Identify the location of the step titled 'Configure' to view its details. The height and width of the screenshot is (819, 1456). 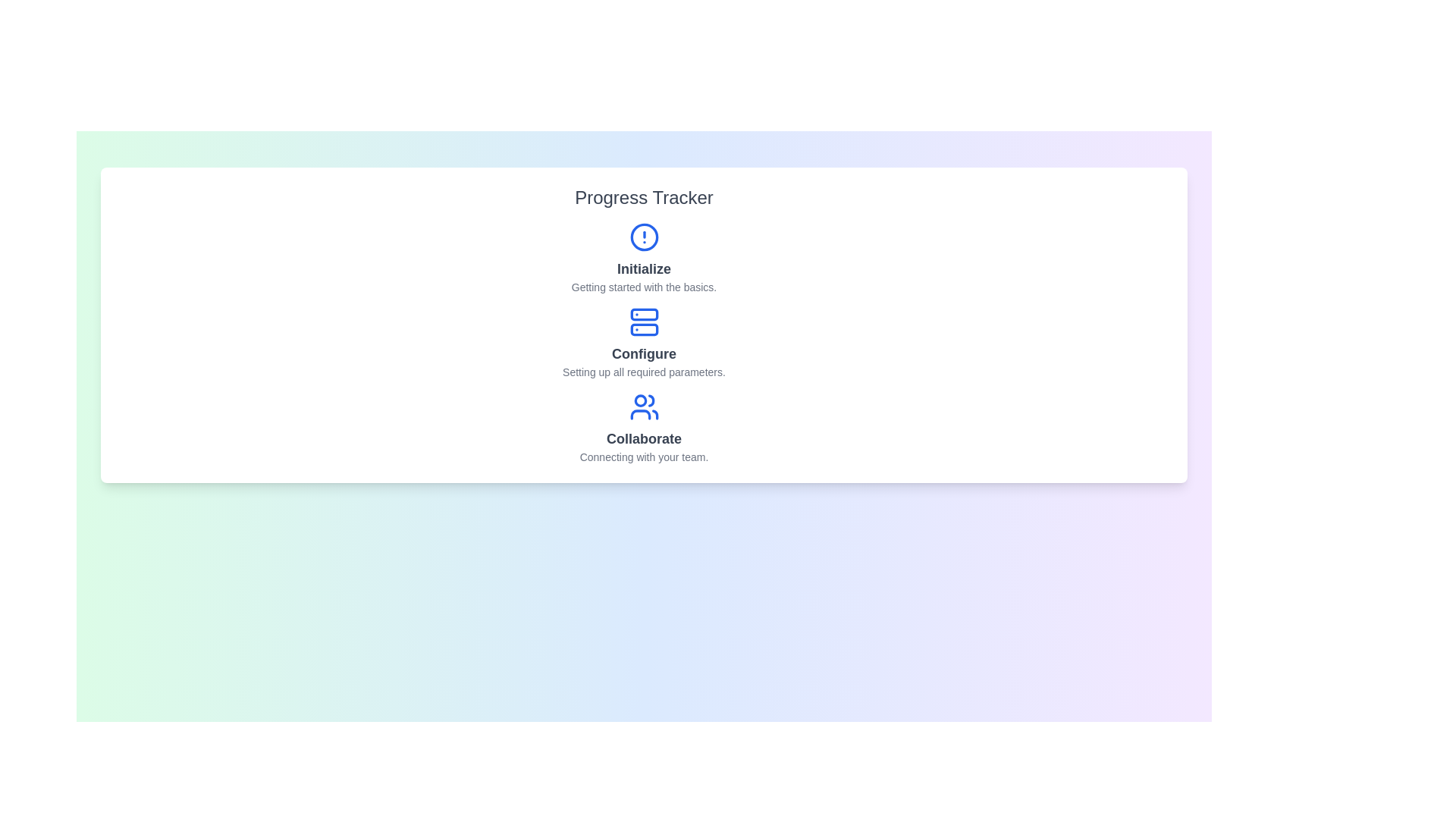
(644, 343).